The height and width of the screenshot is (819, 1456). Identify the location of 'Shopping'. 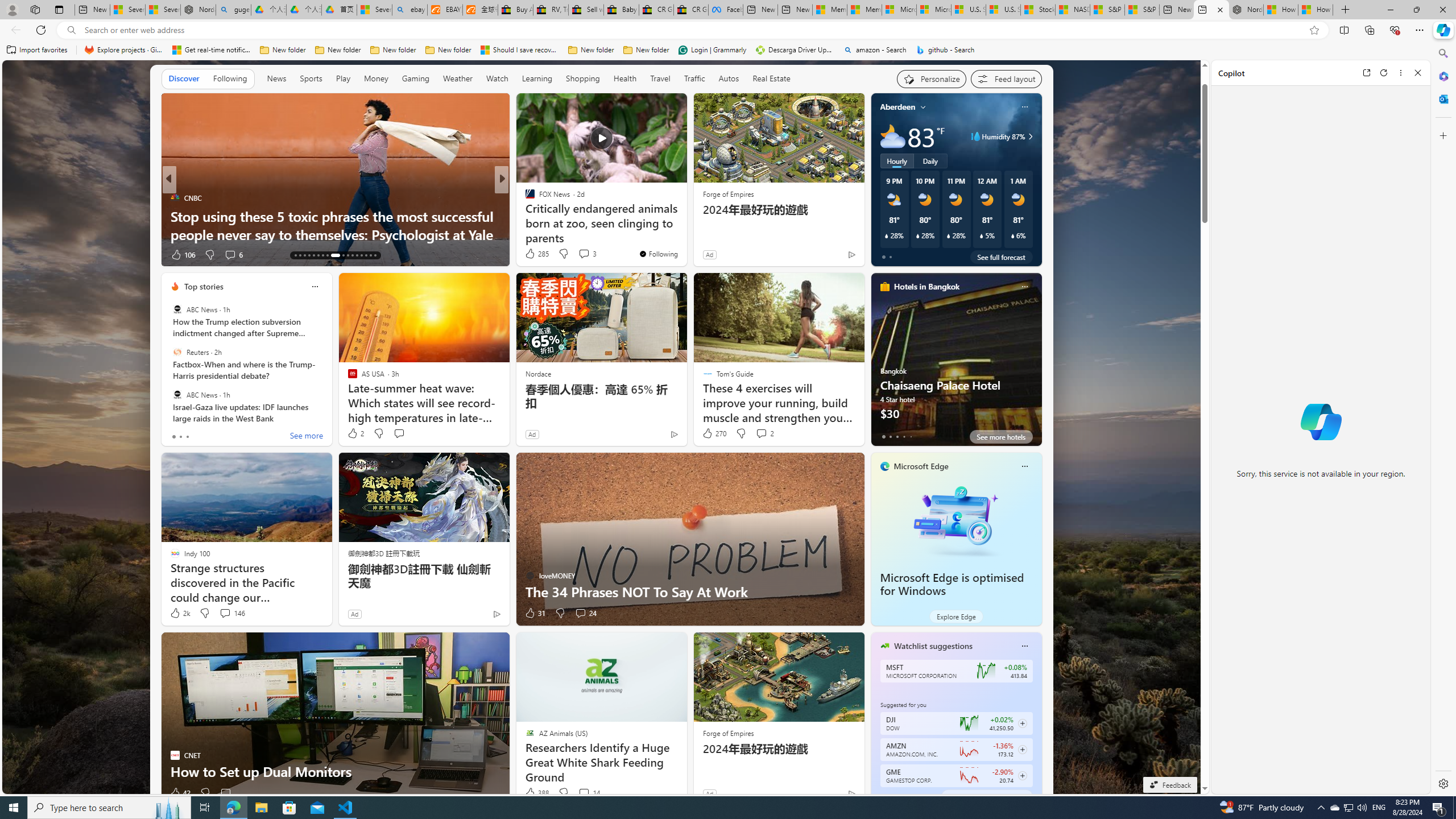
(582, 78).